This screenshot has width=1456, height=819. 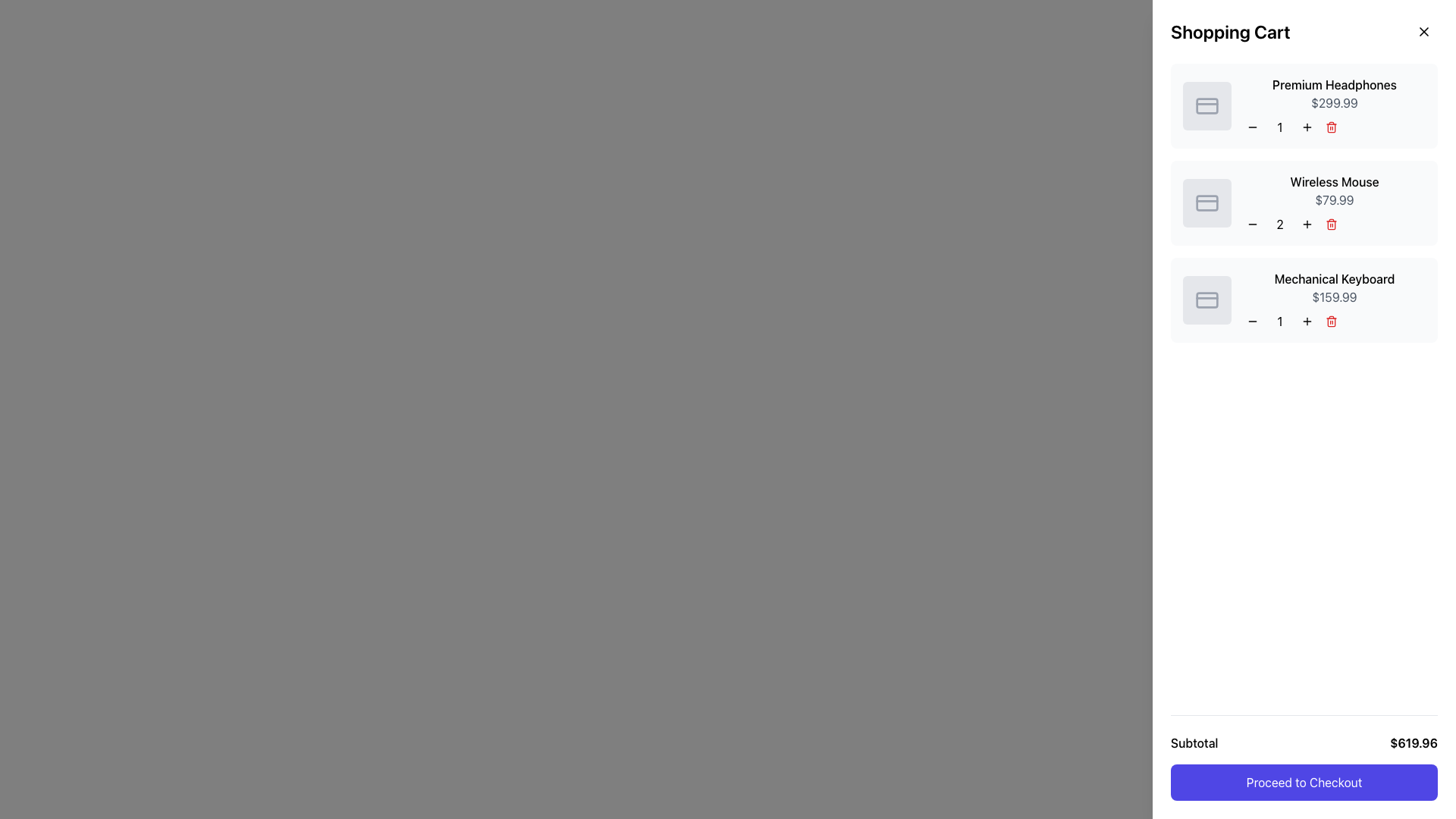 I want to click on the text element displaying 'Wireless Mouse' in bold, which is located in the second item card of the shopping cart, so click(x=1335, y=202).